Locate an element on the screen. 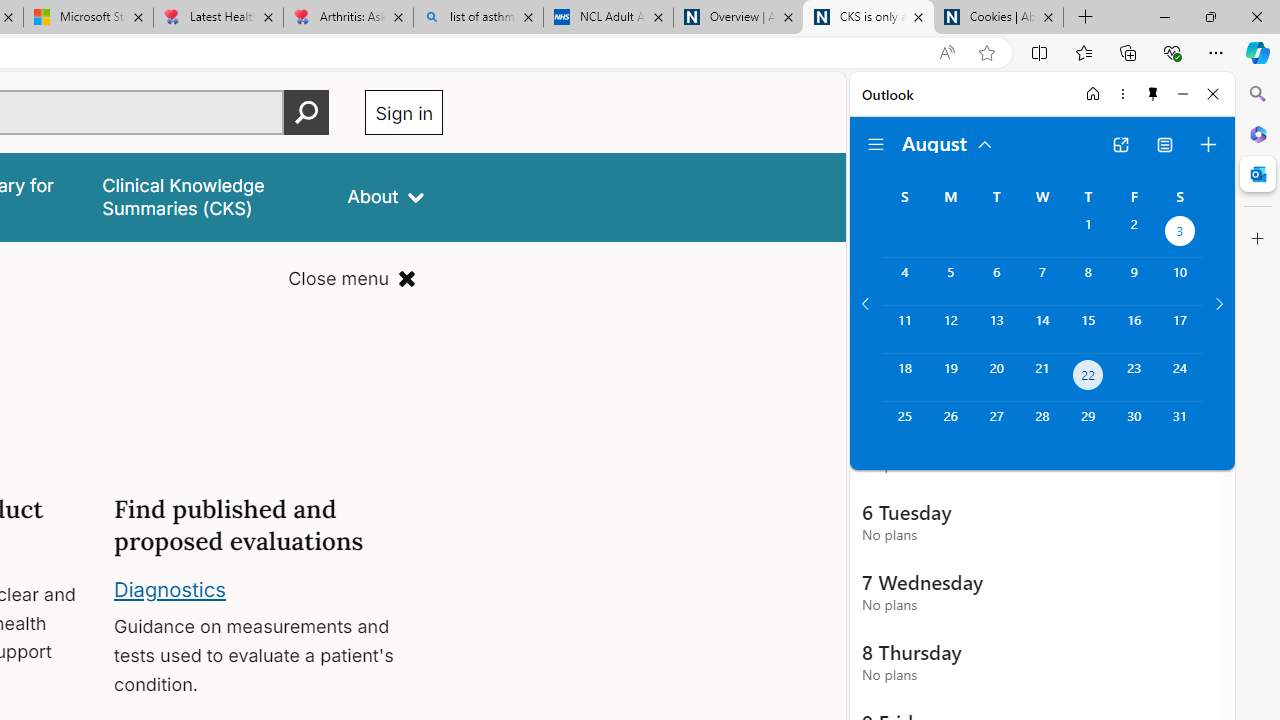 The height and width of the screenshot is (720, 1280). 'Saturday, August 10, 2024. ' is located at coordinates (1180, 281).